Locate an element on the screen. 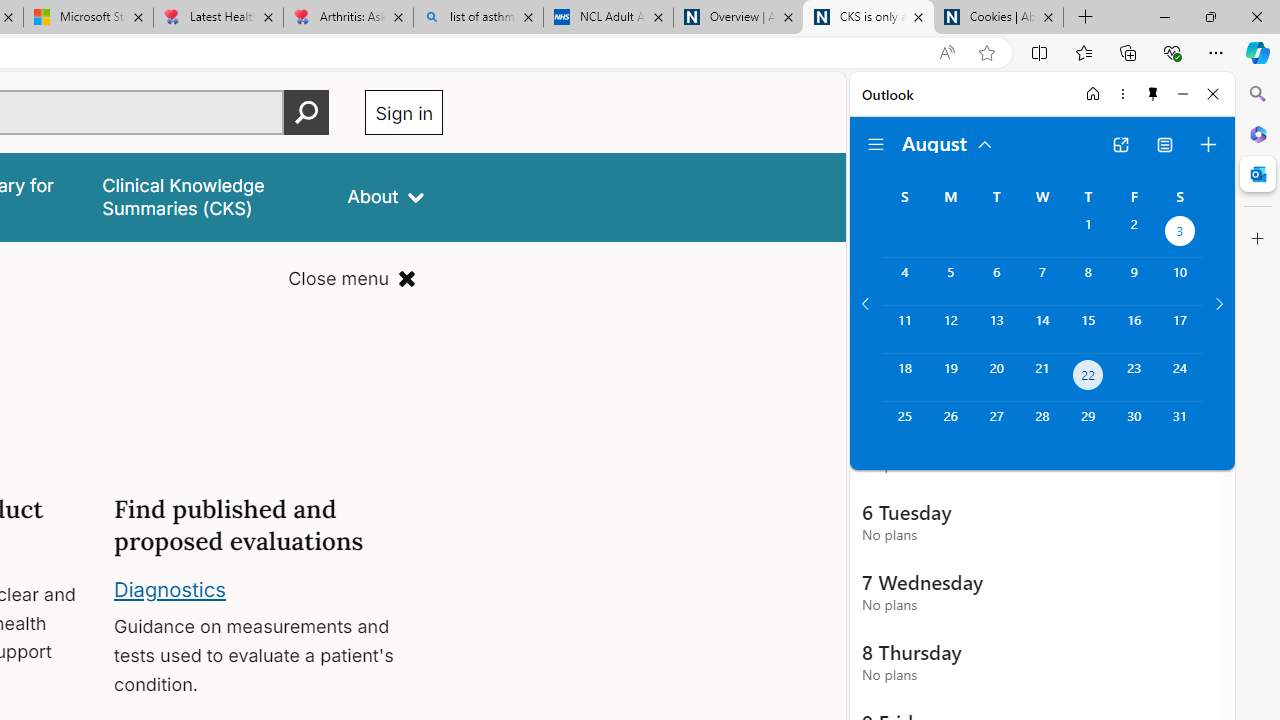 The height and width of the screenshot is (720, 1280). 'Saturday, August 10, 2024. ' is located at coordinates (1180, 281).